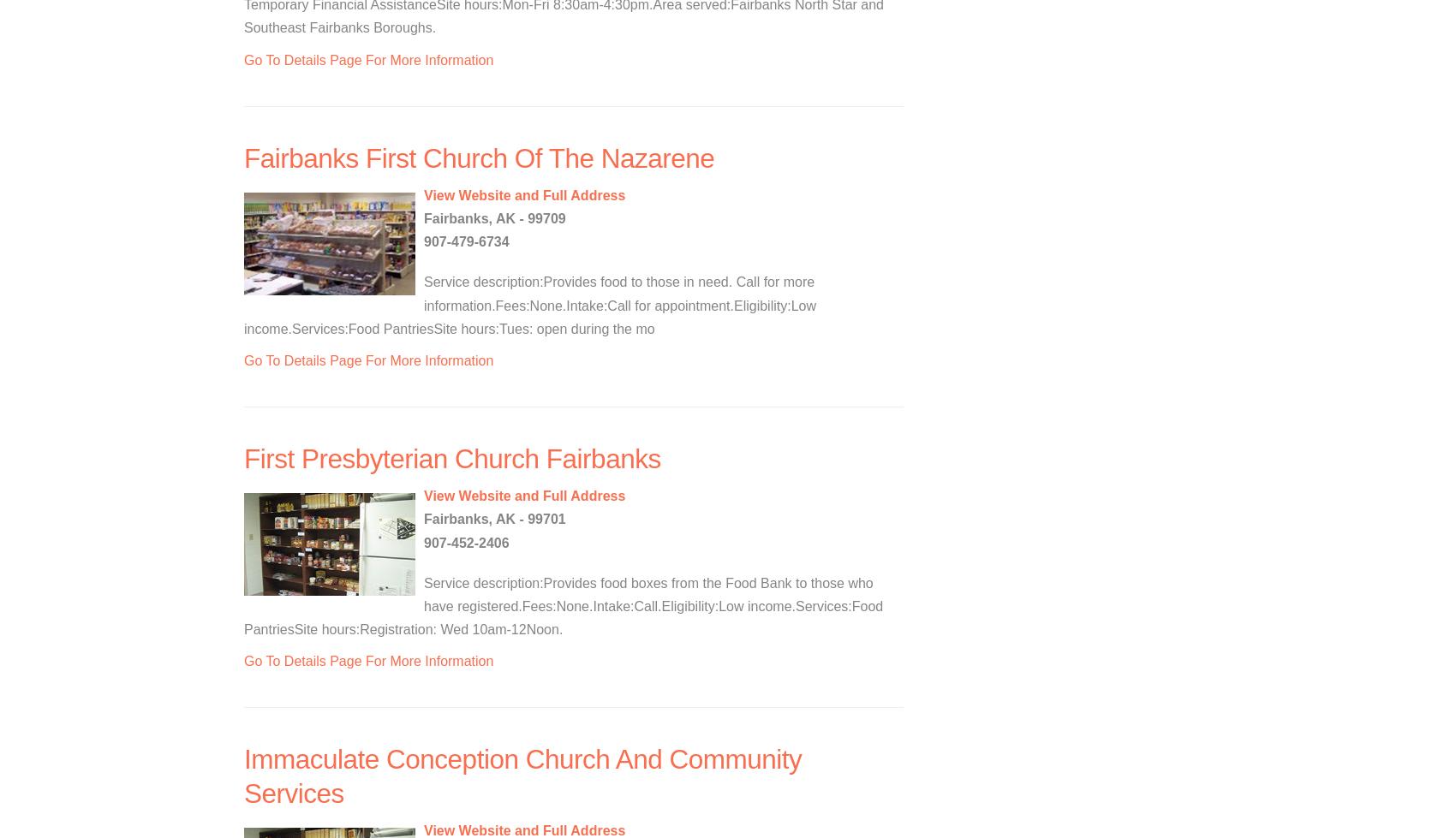  What do you see at coordinates (493, 518) in the screenshot?
I see `'Fairbanks, AK - 99701'` at bounding box center [493, 518].